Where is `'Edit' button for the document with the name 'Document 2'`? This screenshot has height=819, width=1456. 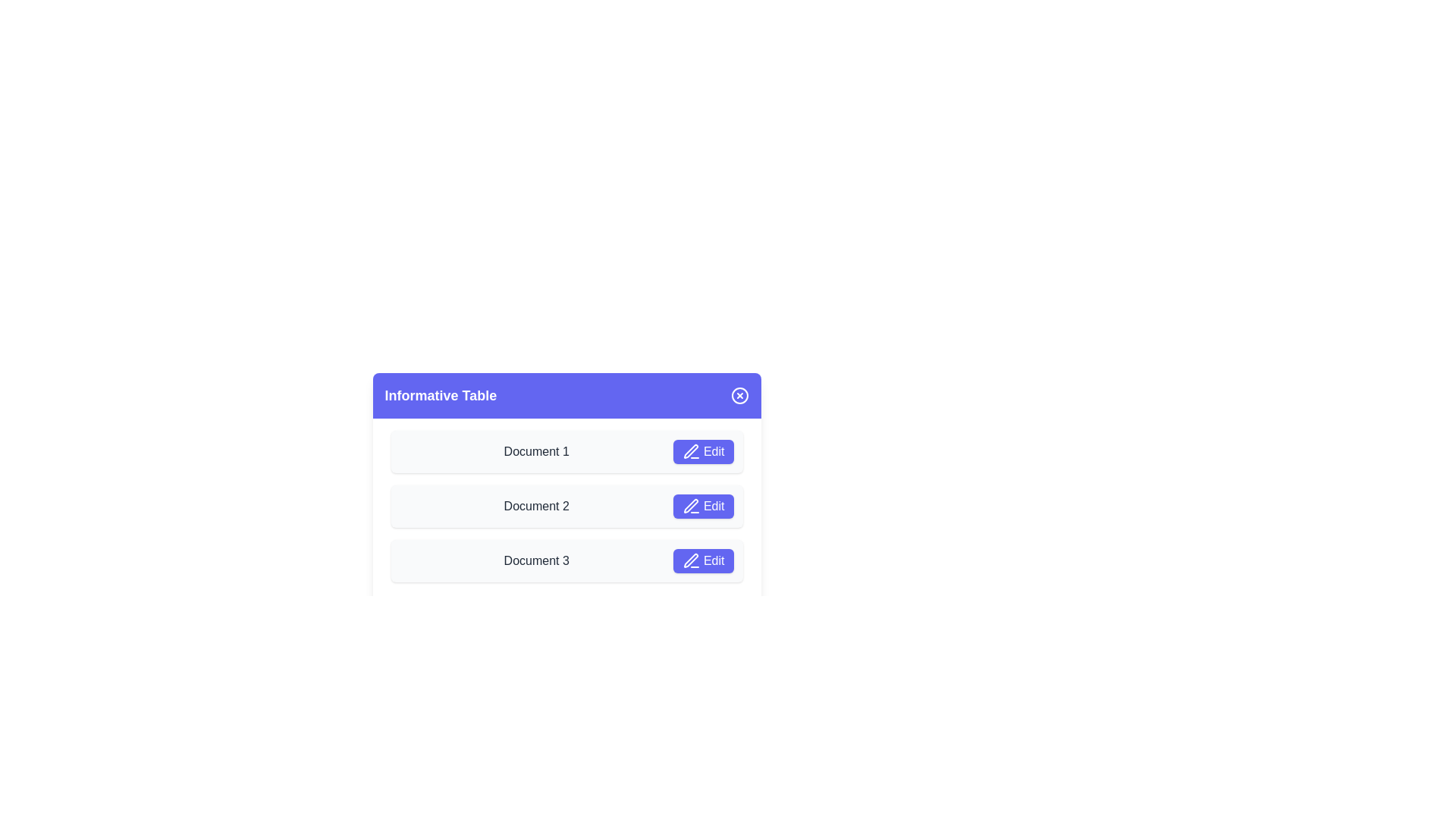
'Edit' button for the document with the name 'Document 2' is located at coordinates (702, 506).